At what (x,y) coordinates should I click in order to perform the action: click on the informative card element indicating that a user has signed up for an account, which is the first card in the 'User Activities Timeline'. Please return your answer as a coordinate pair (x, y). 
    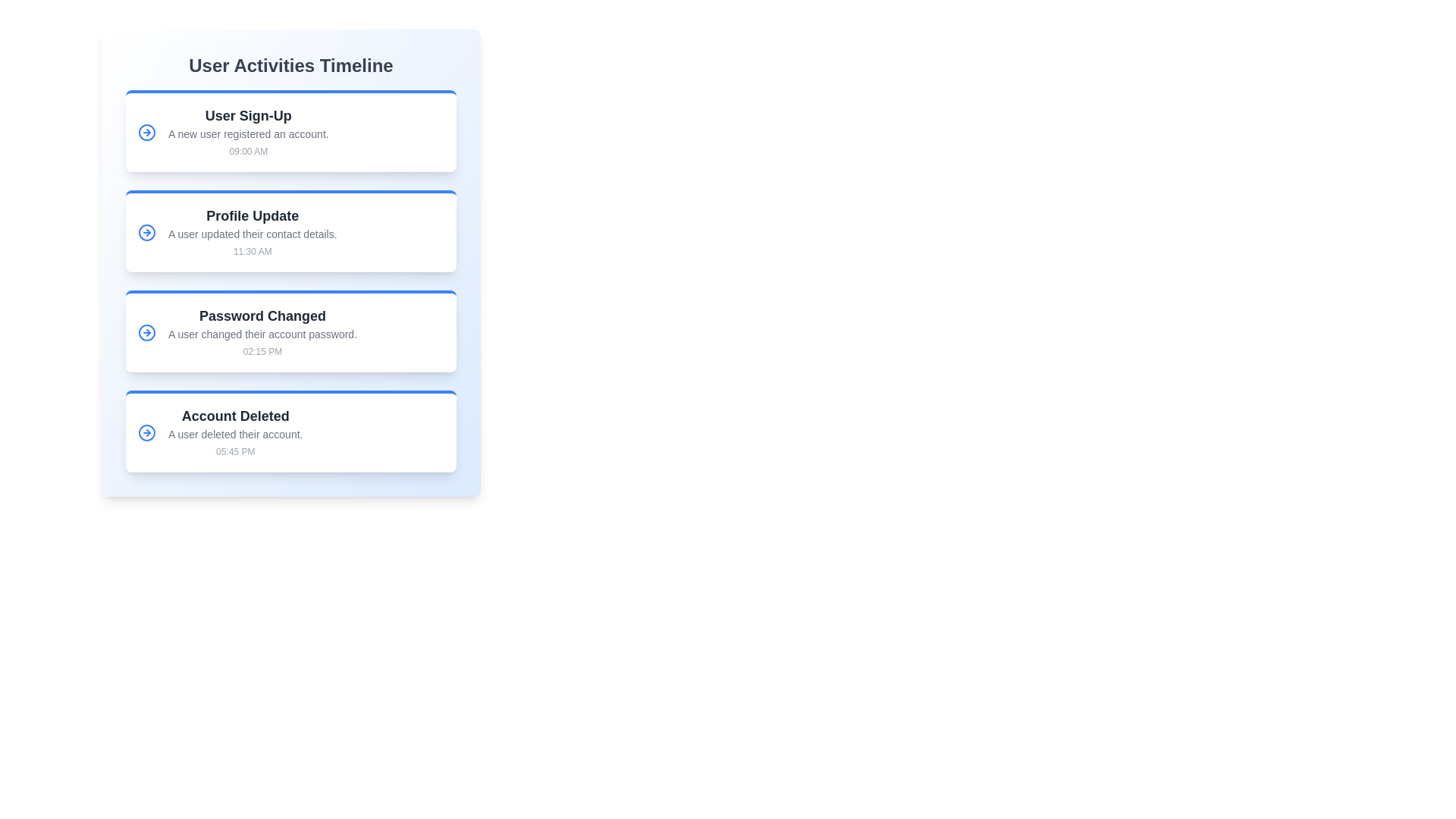
    Looking at the image, I should click on (291, 130).